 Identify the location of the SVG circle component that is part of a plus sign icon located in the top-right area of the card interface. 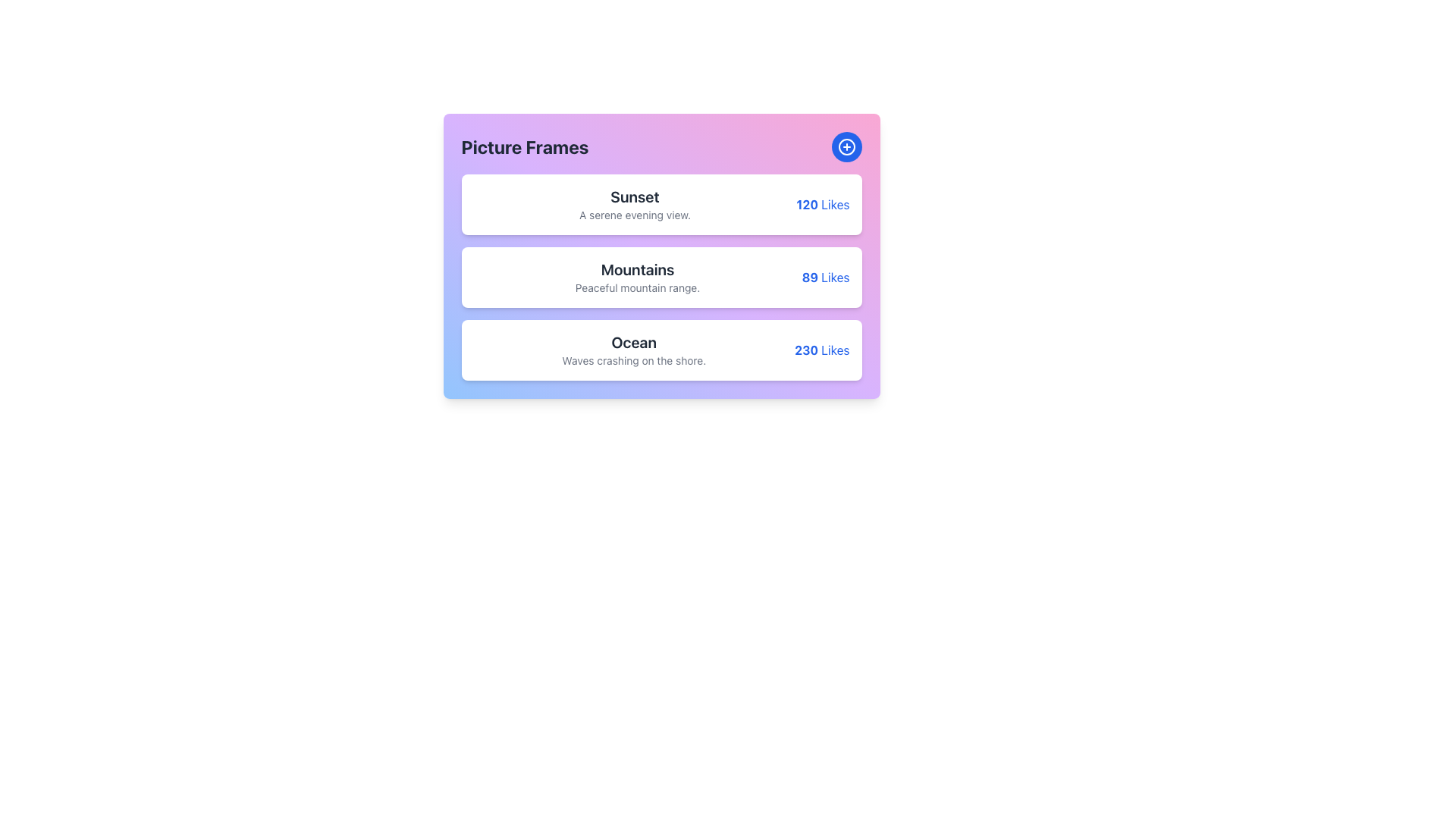
(846, 146).